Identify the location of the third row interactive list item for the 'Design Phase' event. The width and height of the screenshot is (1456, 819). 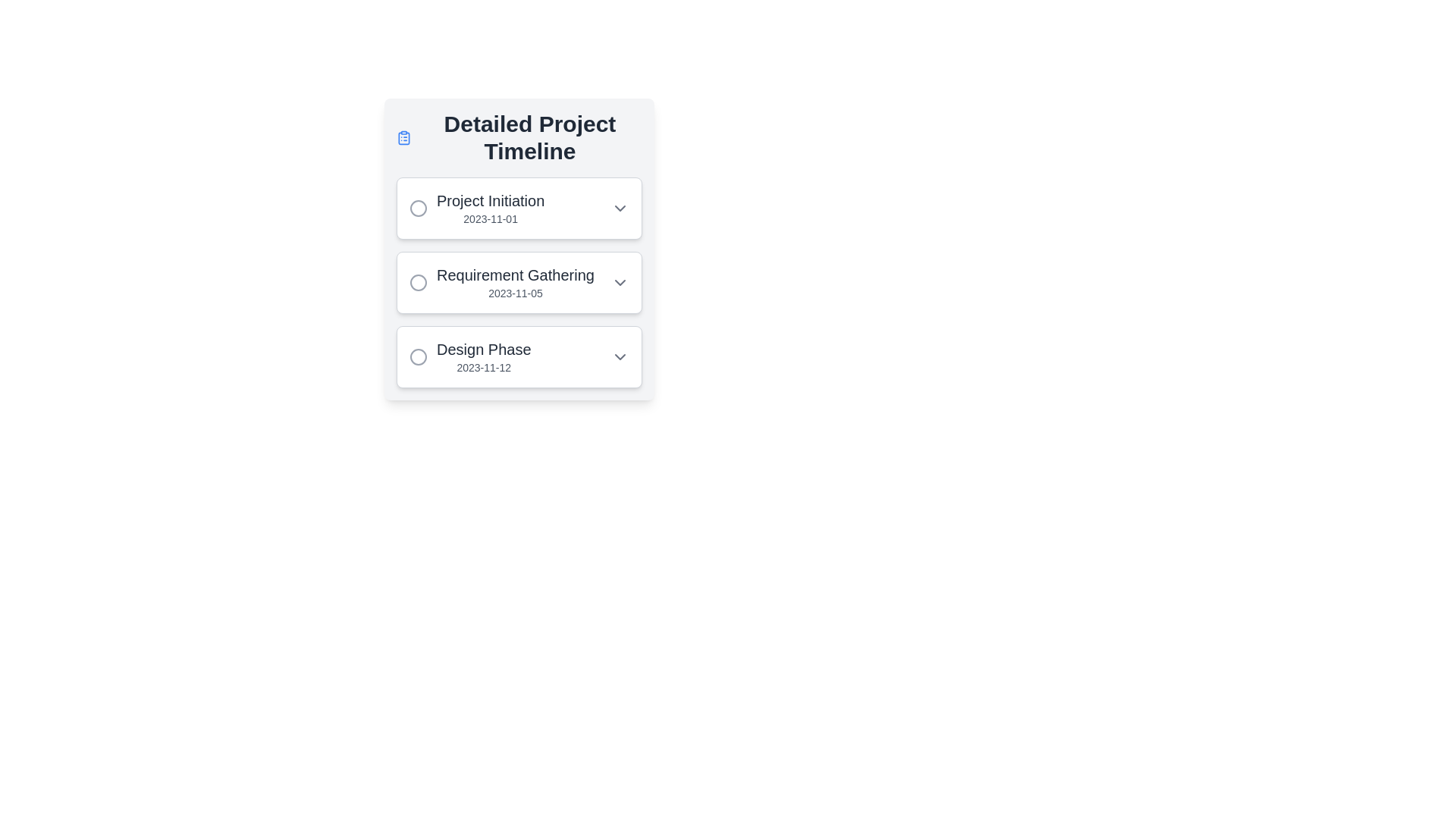
(519, 356).